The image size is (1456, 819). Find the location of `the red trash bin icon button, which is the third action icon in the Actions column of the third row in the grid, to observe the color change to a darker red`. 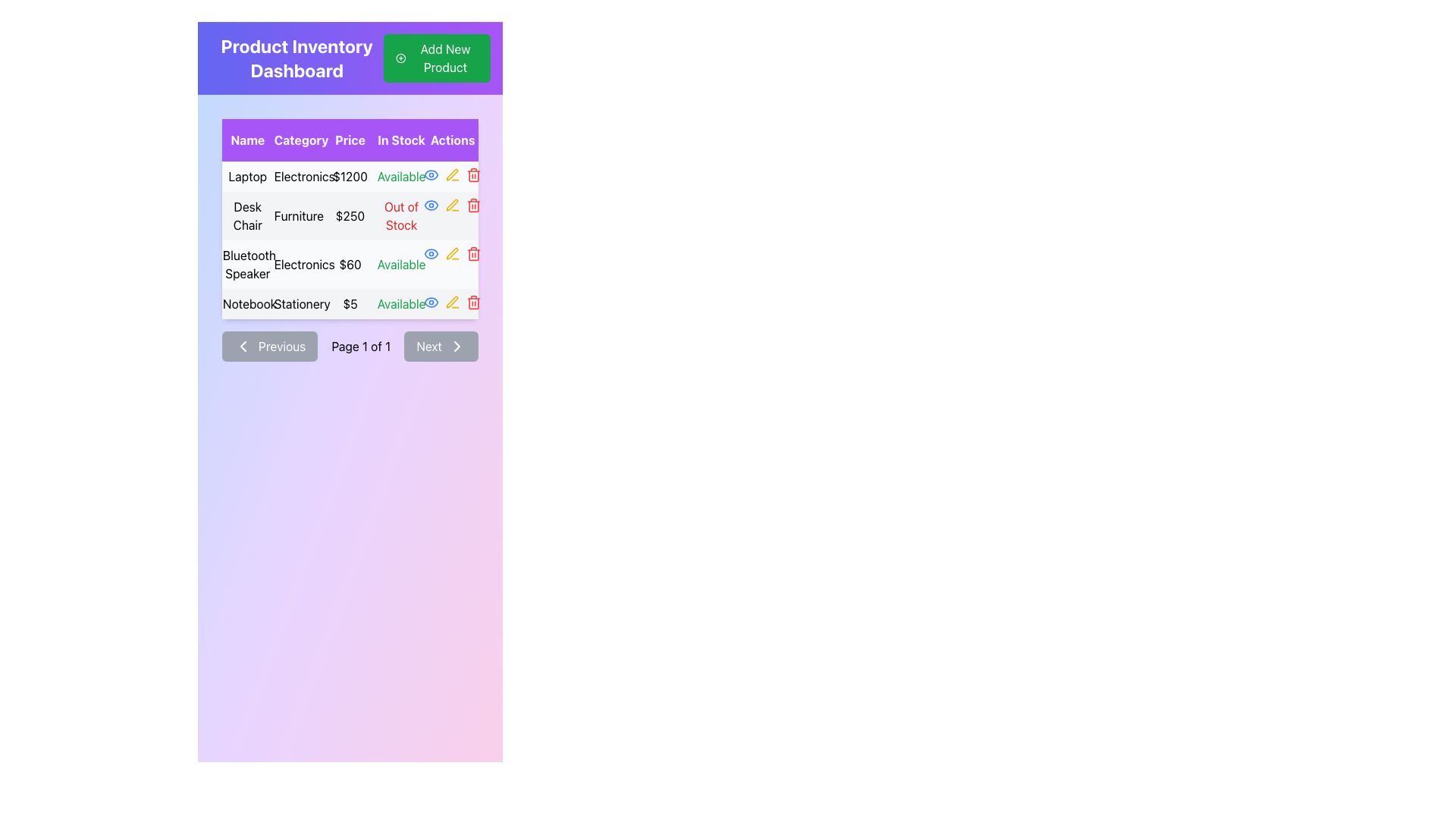

the red trash bin icon button, which is the third action icon in the Actions column of the third row in the grid, to observe the color change to a darker red is located at coordinates (473, 253).